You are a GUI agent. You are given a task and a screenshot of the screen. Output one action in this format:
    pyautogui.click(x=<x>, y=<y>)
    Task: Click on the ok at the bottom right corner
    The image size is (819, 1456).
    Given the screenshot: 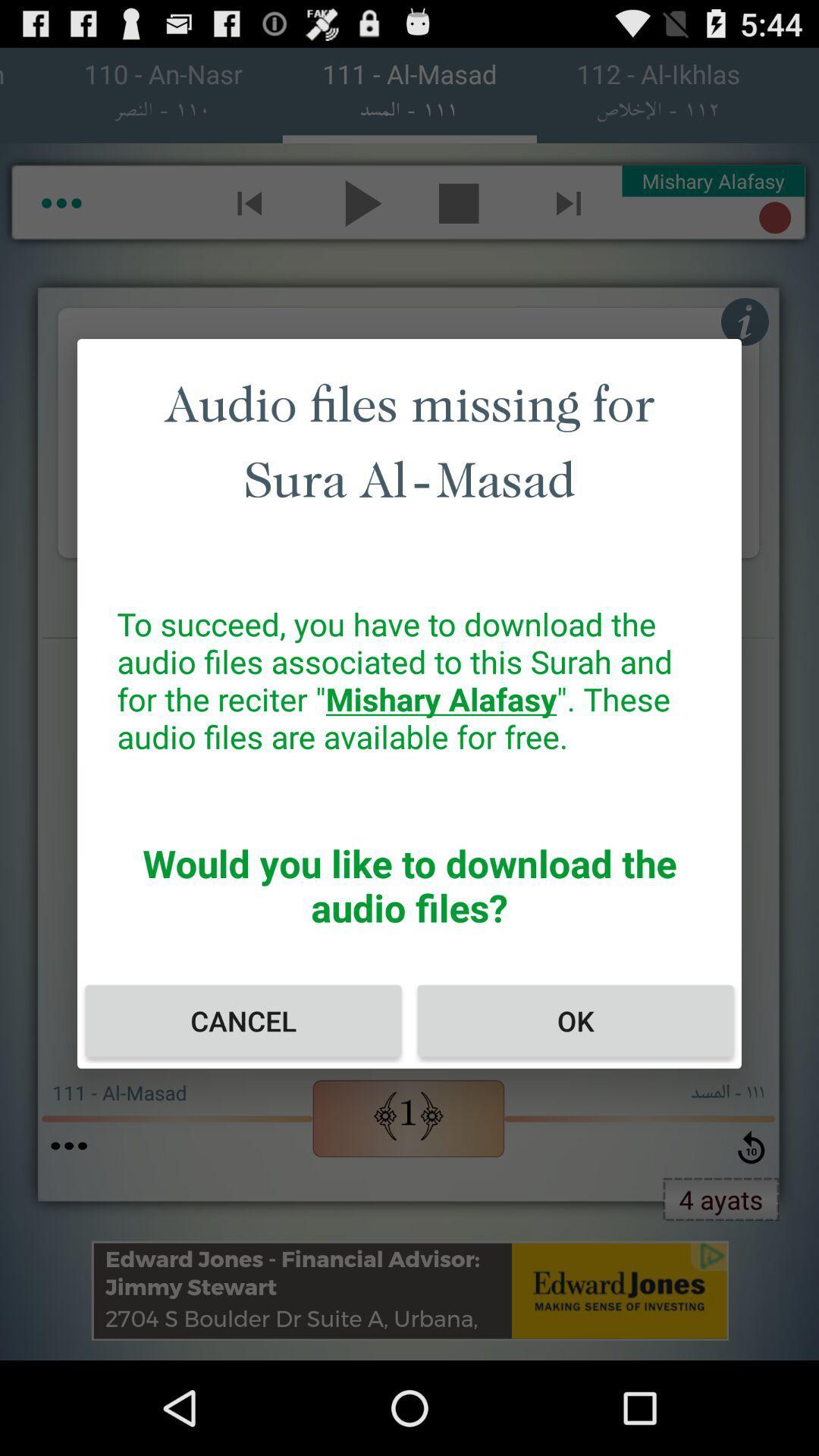 What is the action you would take?
    pyautogui.click(x=576, y=1021)
    